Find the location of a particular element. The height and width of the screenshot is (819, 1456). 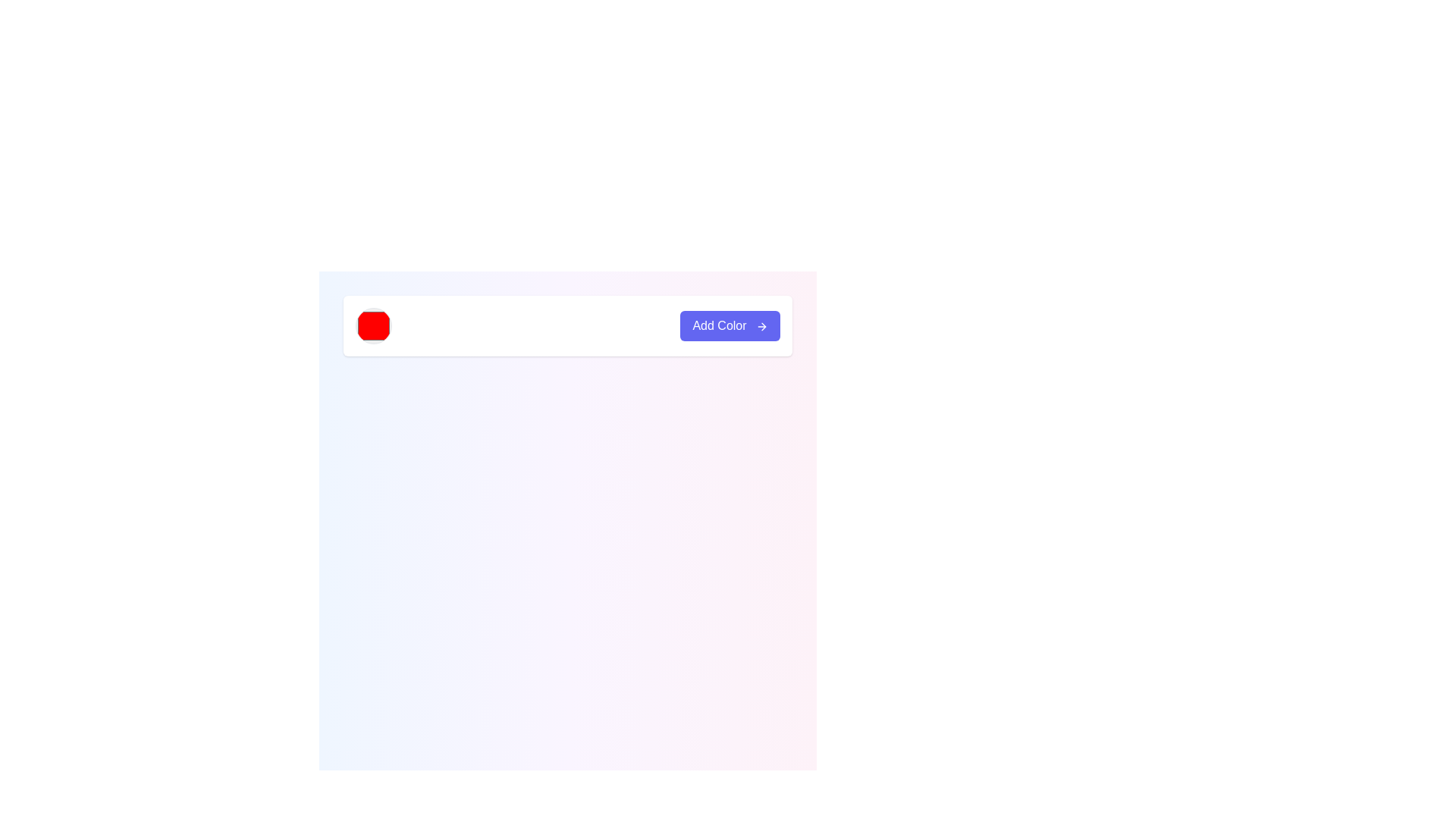

the forward arrow icon located inside the 'Add Color' button at the top-right corner of the interface is located at coordinates (761, 325).